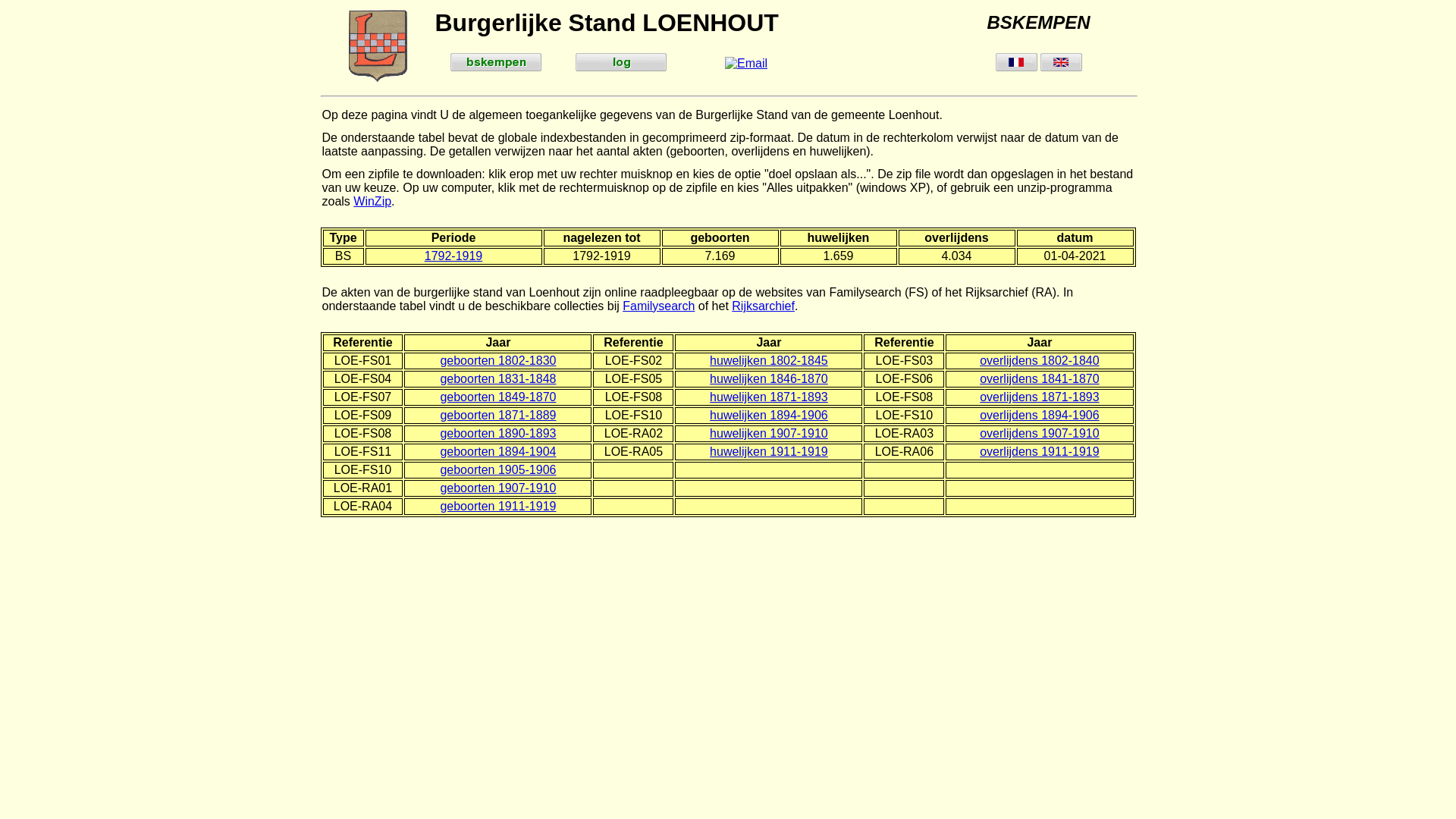 This screenshot has height=819, width=1456. Describe the element at coordinates (1038, 378) in the screenshot. I see `'overlijdens 1841-1870'` at that location.